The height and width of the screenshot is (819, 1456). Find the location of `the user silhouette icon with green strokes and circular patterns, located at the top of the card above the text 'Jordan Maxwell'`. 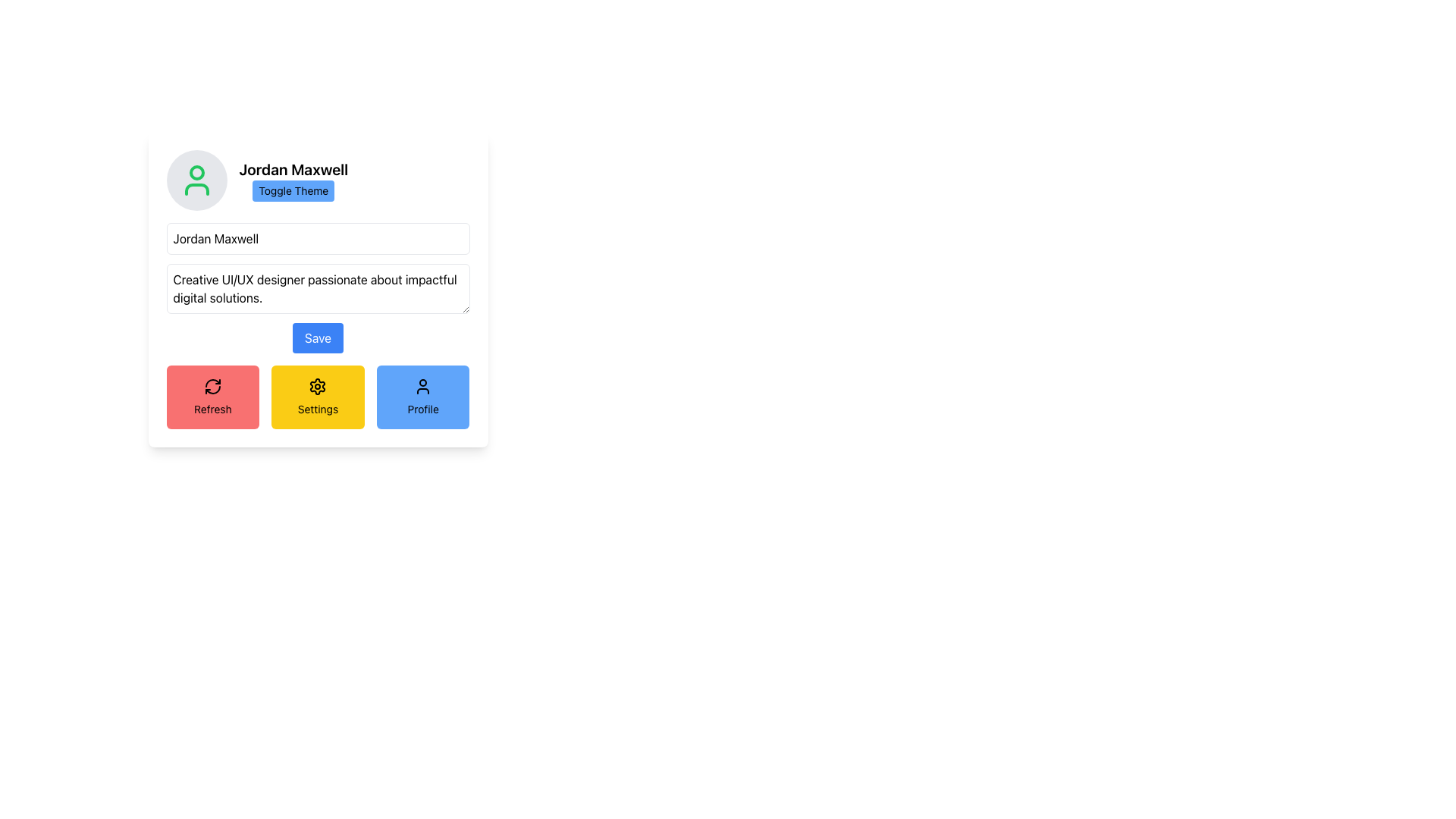

the user silhouette icon with green strokes and circular patterns, located at the top of the card above the text 'Jordan Maxwell' is located at coordinates (196, 180).